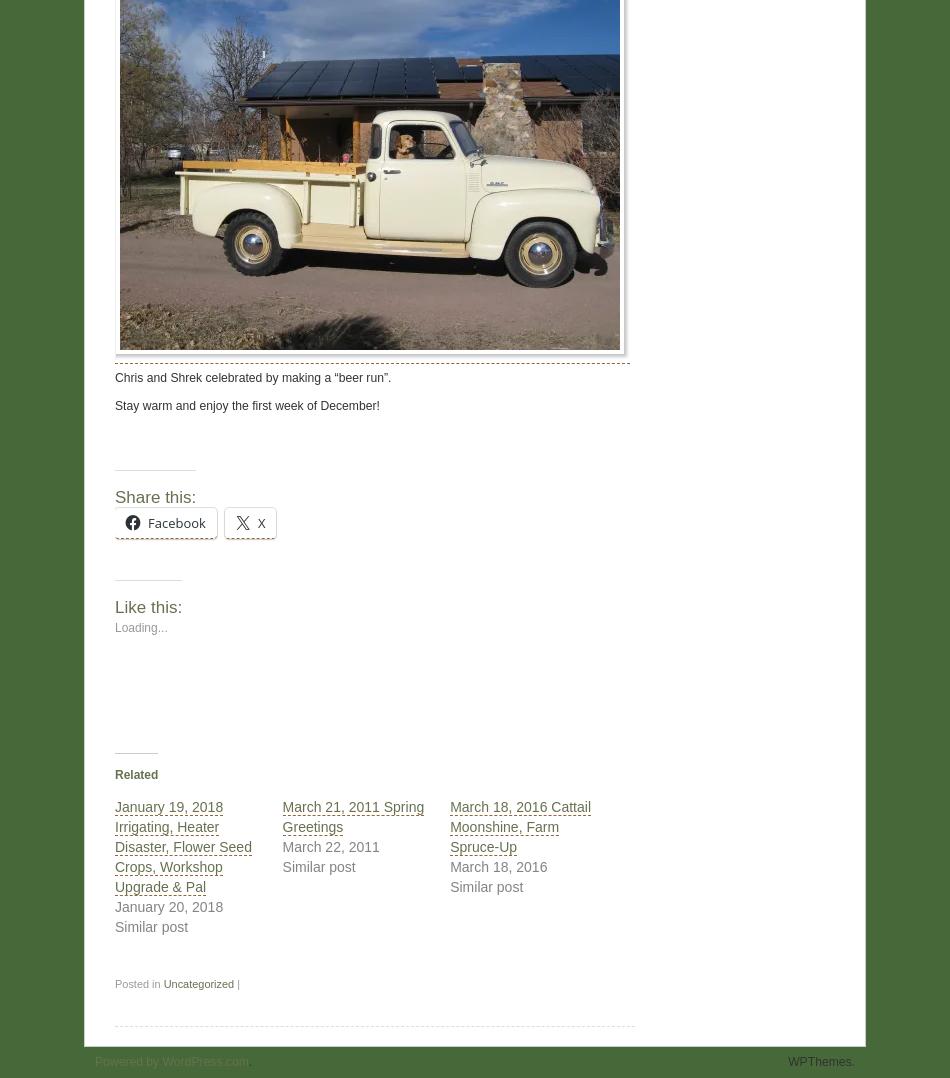 The height and width of the screenshot is (1078, 950). I want to click on 'Share this:', so click(155, 495).